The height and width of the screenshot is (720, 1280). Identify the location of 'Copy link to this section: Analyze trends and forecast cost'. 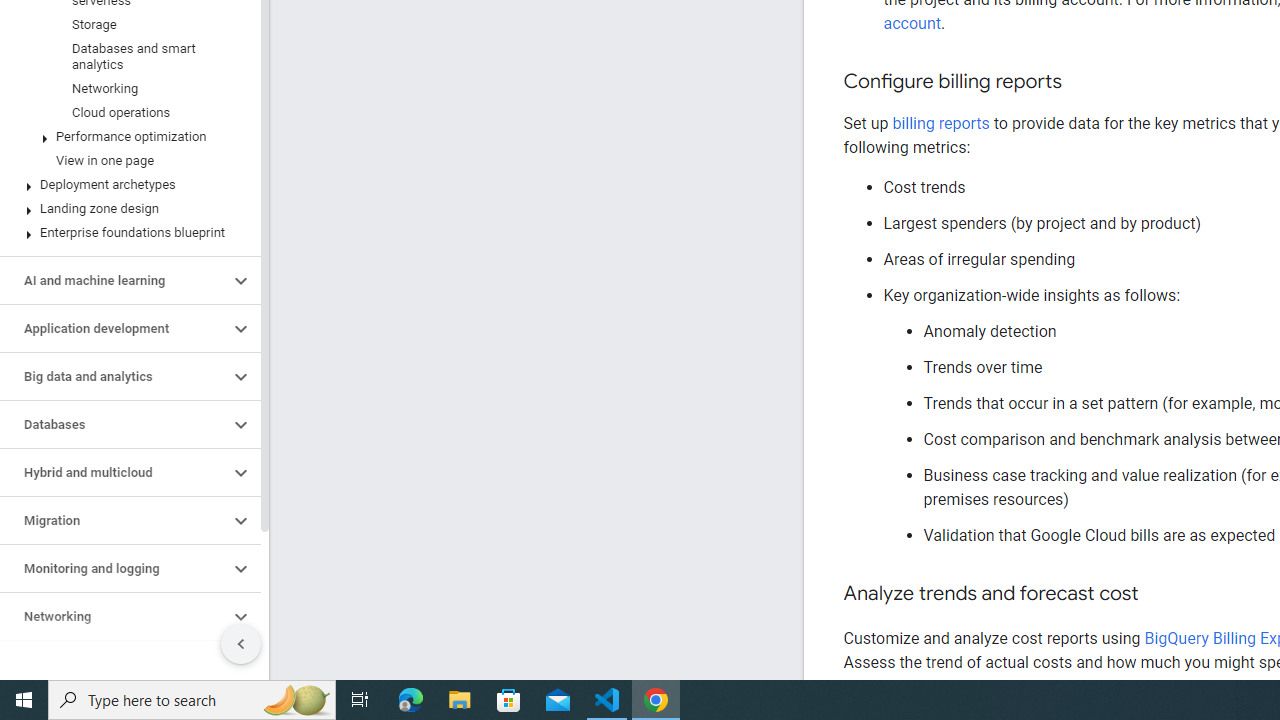
(1158, 593).